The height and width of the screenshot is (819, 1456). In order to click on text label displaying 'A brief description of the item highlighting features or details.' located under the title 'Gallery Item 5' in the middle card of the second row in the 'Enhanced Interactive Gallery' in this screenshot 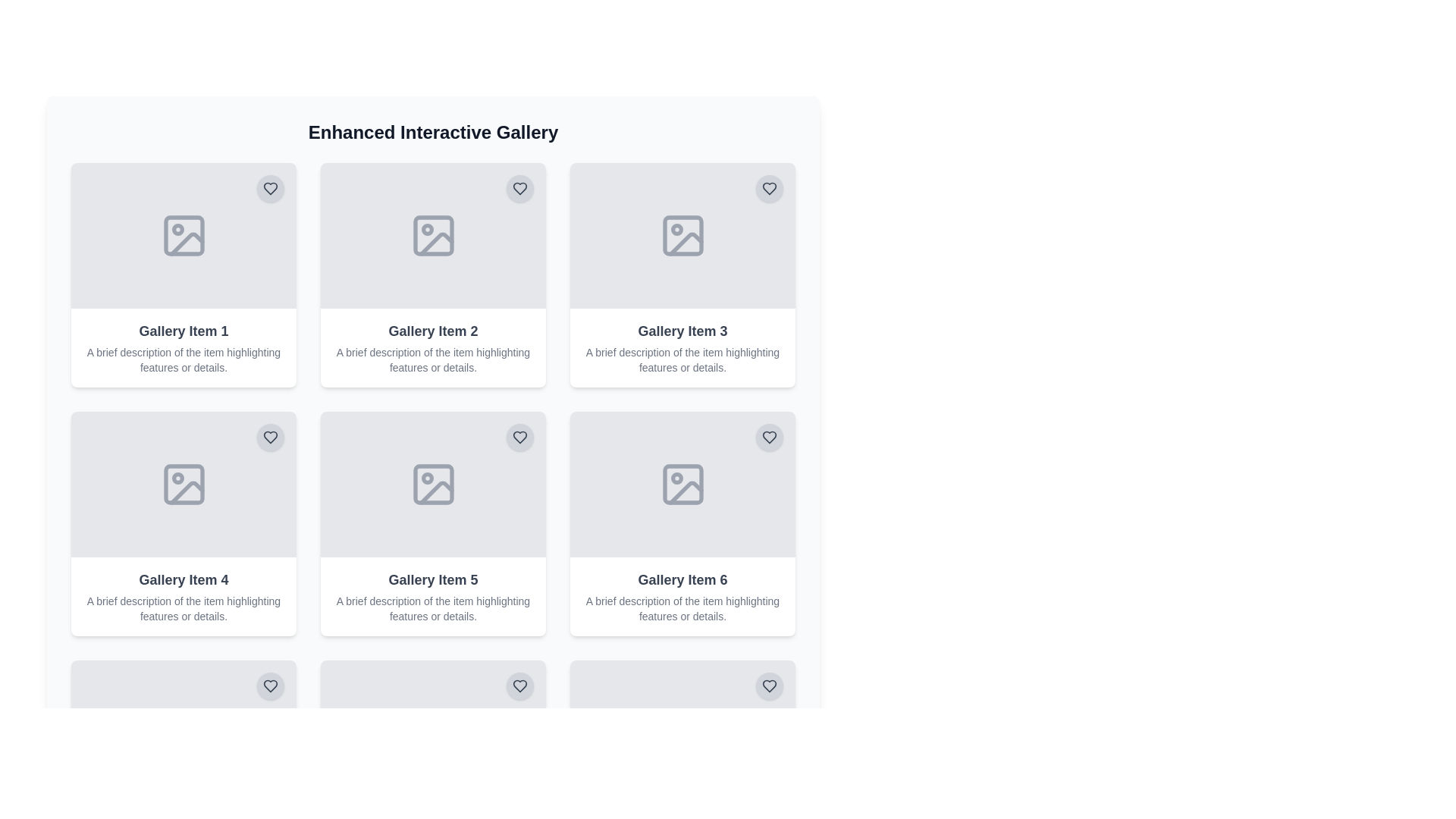, I will do `click(432, 607)`.